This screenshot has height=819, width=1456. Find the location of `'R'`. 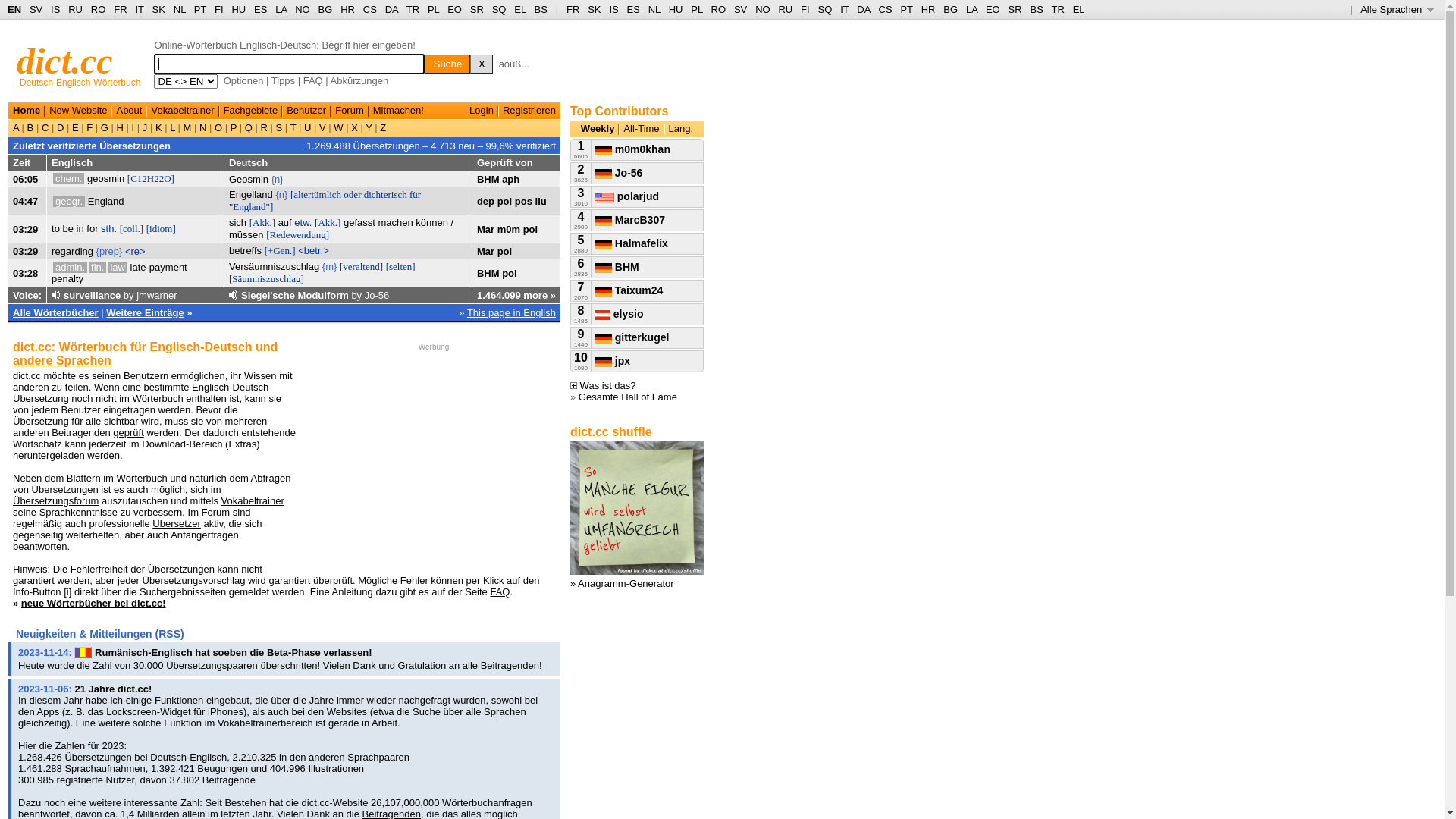

'R' is located at coordinates (264, 127).